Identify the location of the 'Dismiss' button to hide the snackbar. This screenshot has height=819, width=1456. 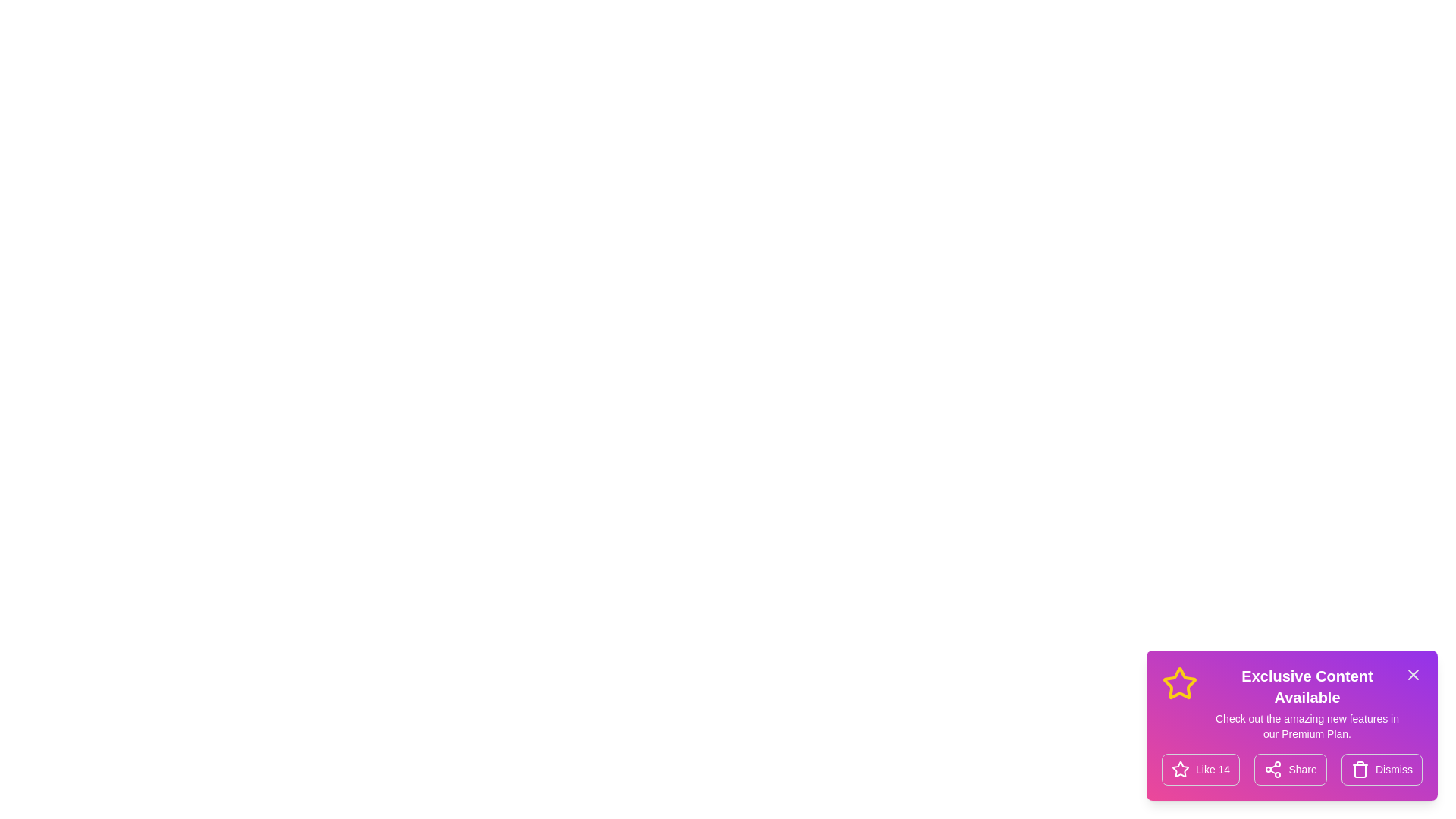
(1382, 769).